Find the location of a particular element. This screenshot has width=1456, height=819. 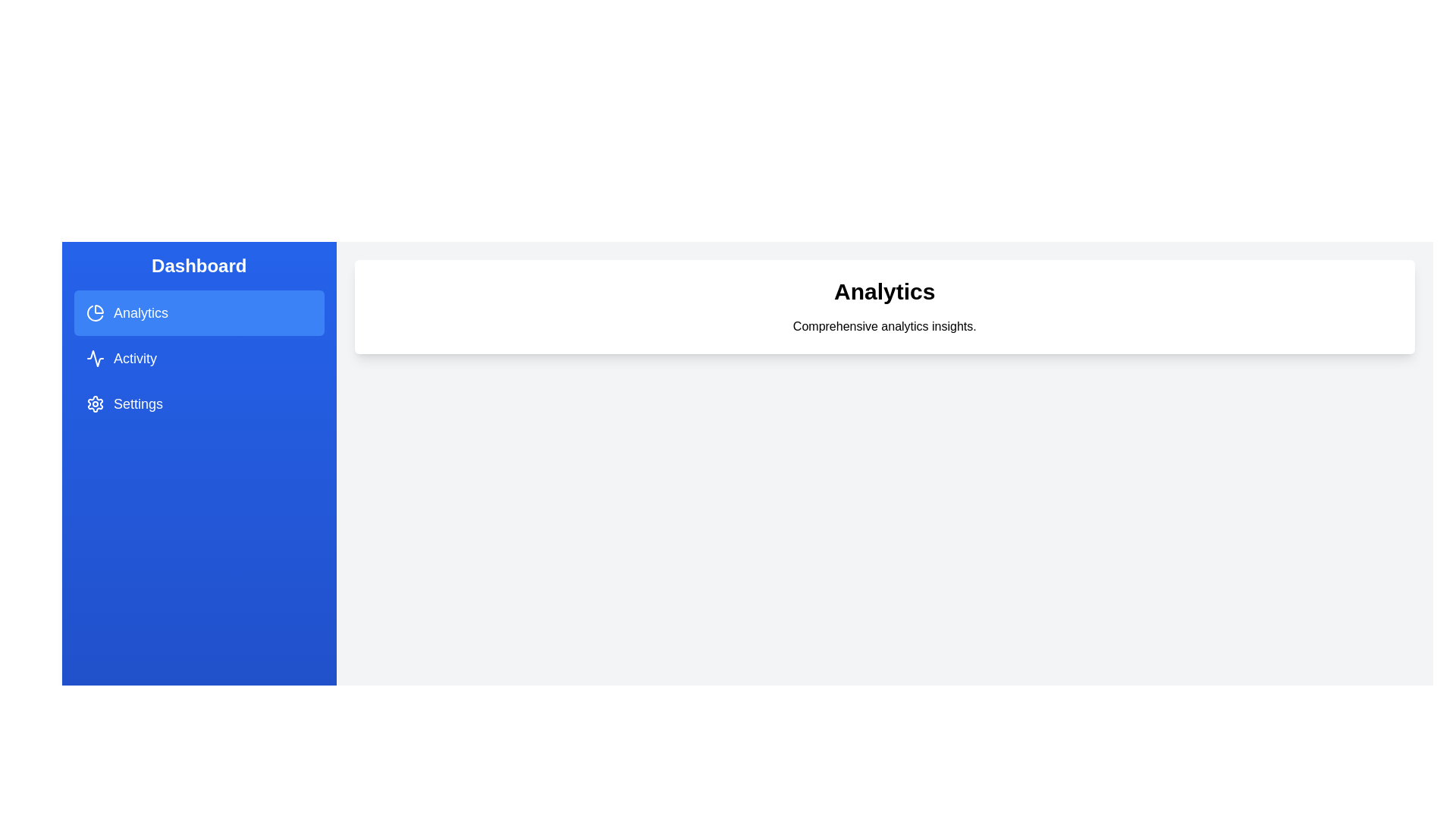

the 'Settings' button is located at coordinates (198, 403).